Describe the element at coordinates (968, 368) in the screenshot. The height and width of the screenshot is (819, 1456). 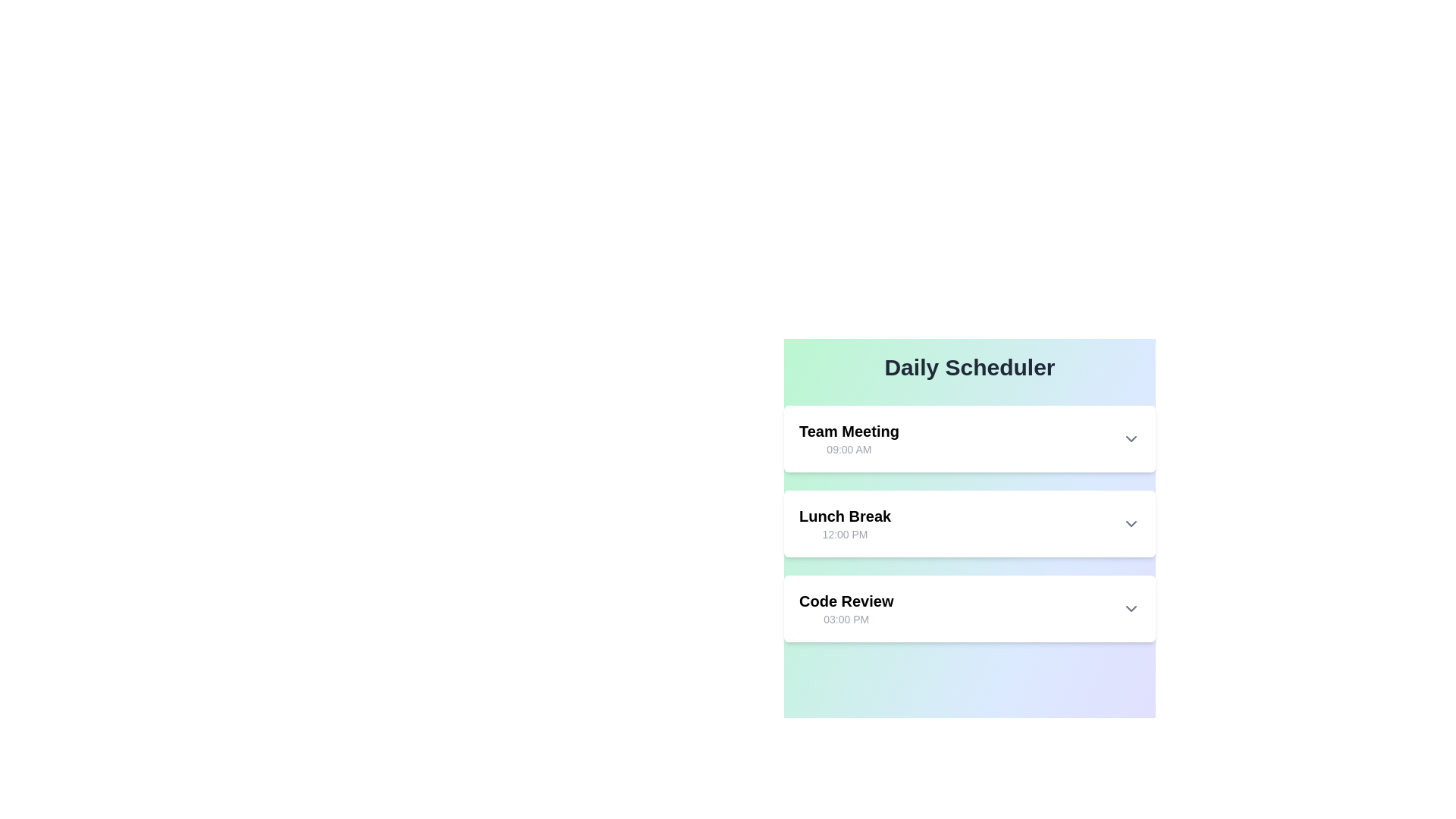
I see `text of the header labeled 'Daily Scheduler', which is bold and centrally aligned within a gradient background` at that location.